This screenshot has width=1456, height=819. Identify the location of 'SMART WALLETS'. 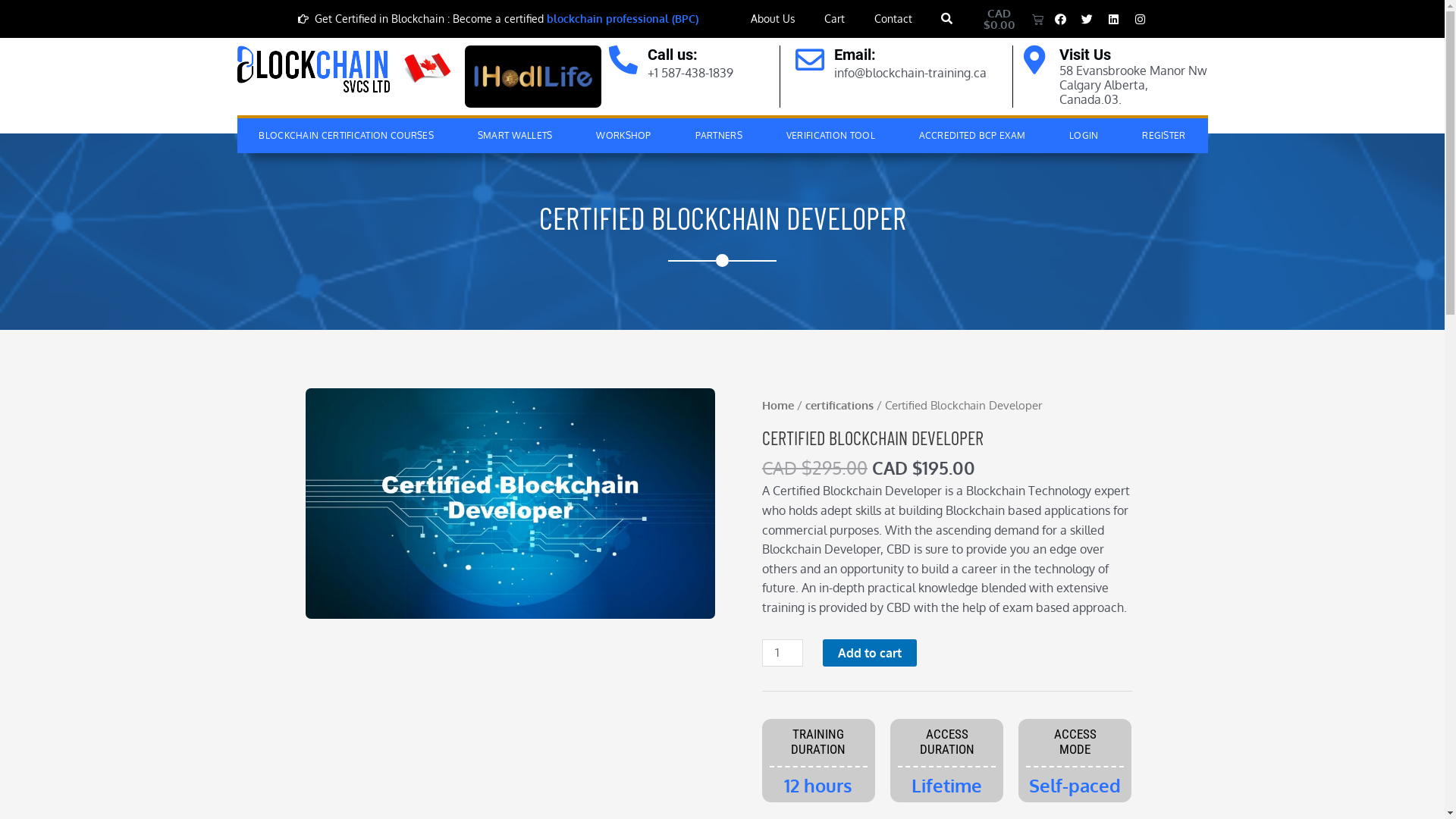
(454, 134).